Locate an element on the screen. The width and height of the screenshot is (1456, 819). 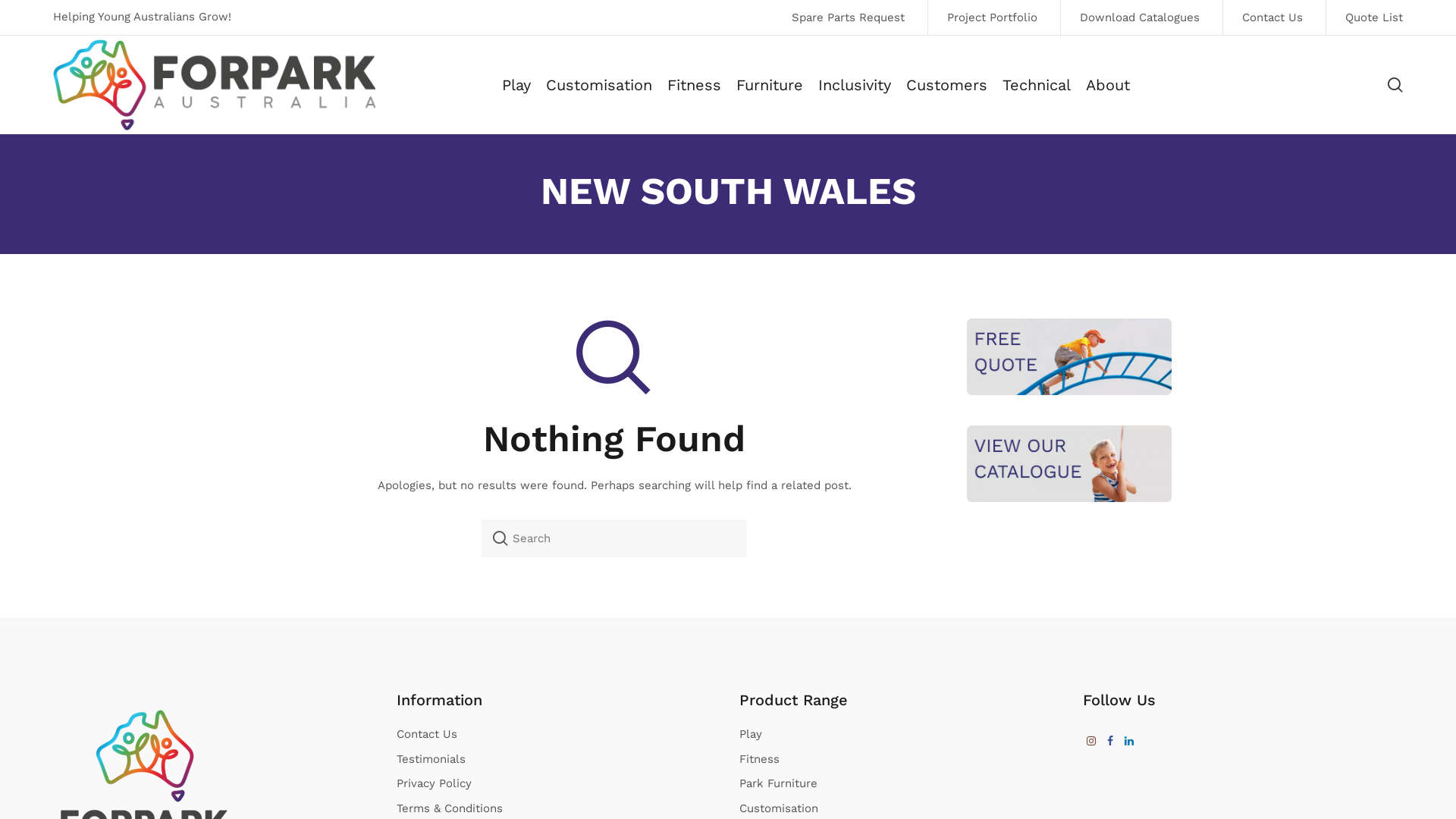
'Privacy Policy' is located at coordinates (432, 783).